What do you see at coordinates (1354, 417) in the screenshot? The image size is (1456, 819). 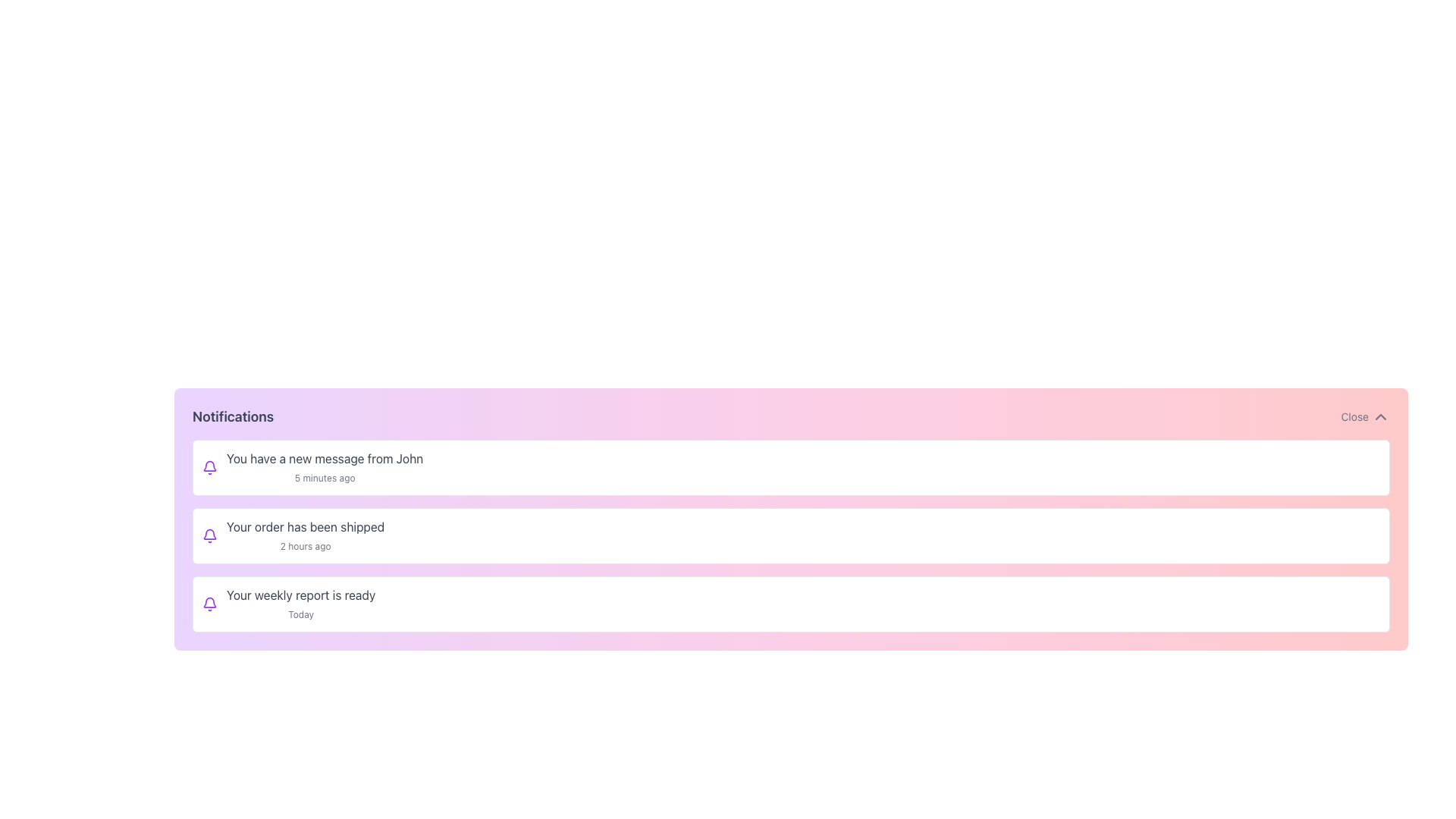 I see `the 'Close' text label located in the top-right corner of the notification panel, which indicates a dismiss action for the panel` at bounding box center [1354, 417].